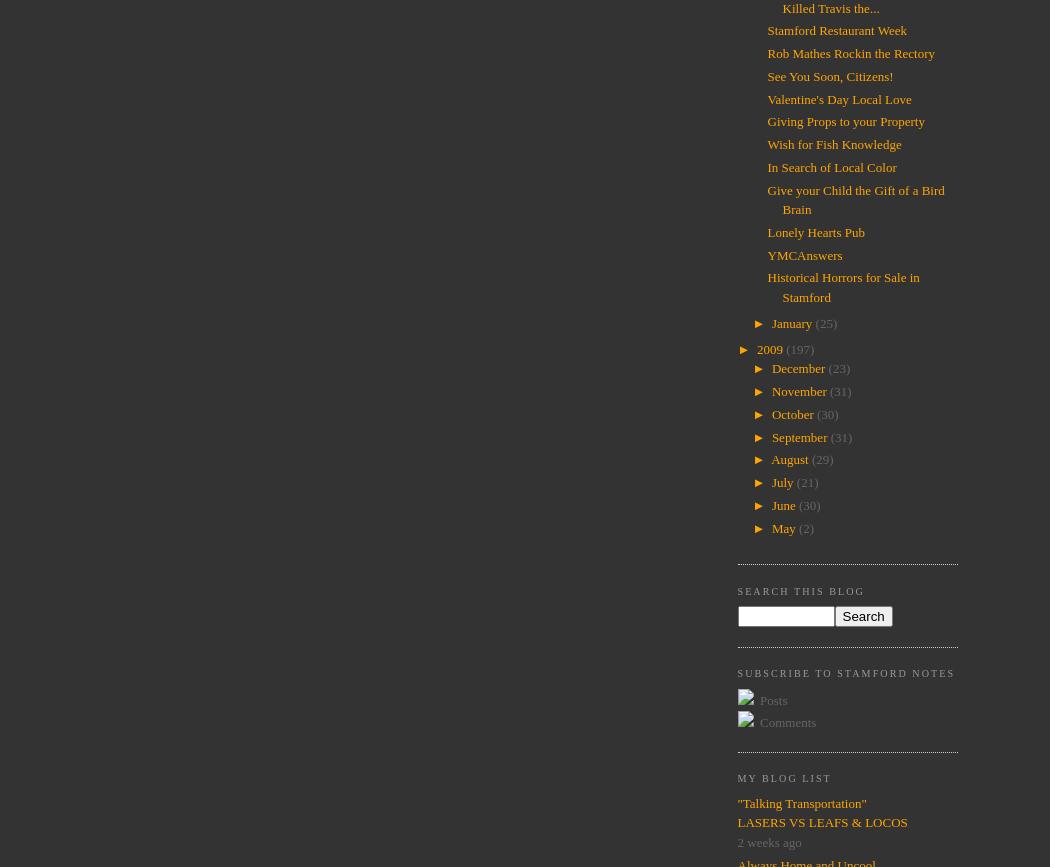 The height and width of the screenshot is (867, 1050). I want to click on '(197)', so click(798, 348).